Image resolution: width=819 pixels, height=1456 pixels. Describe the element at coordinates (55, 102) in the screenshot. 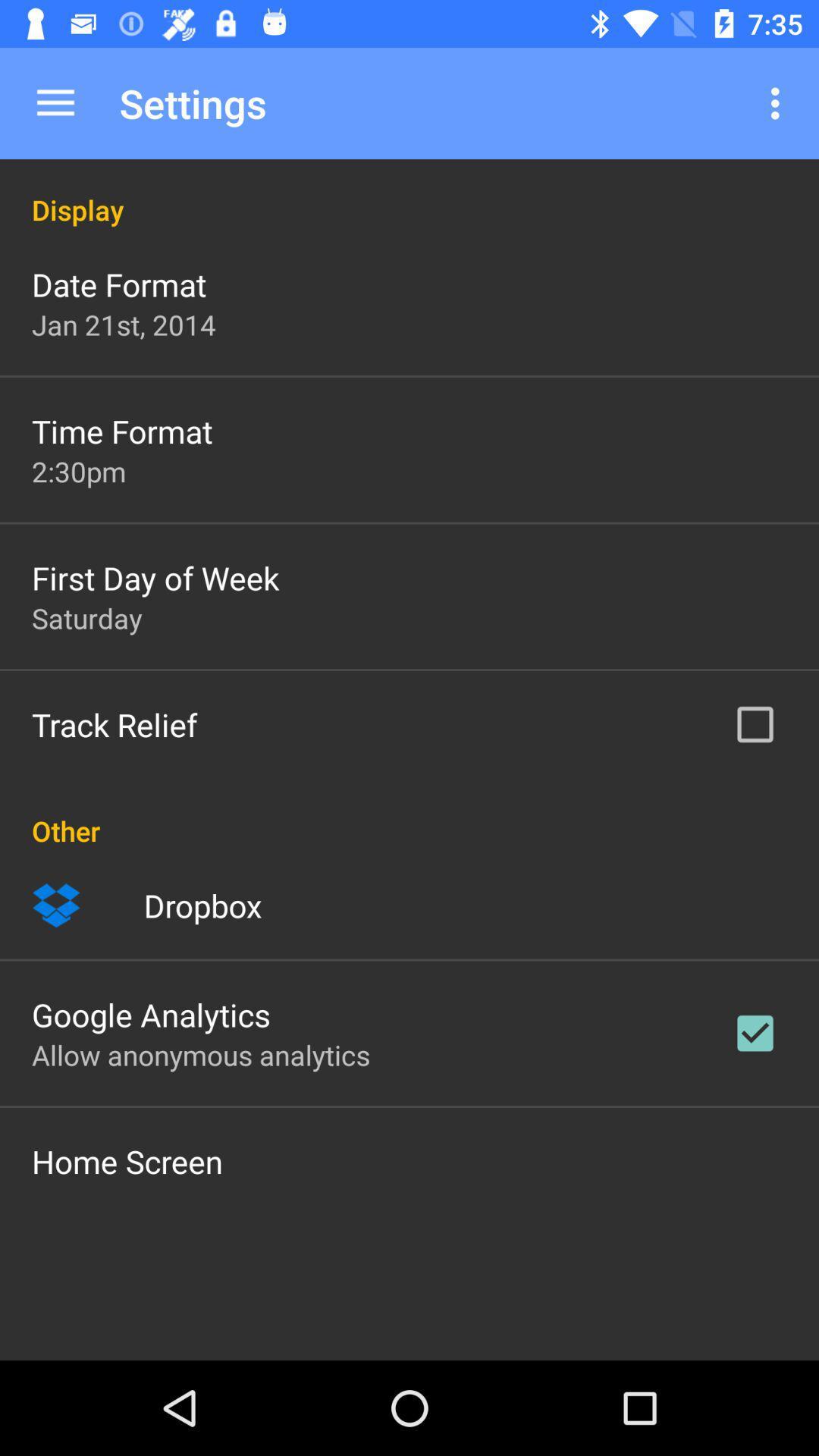

I see `the item next to settings app` at that location.